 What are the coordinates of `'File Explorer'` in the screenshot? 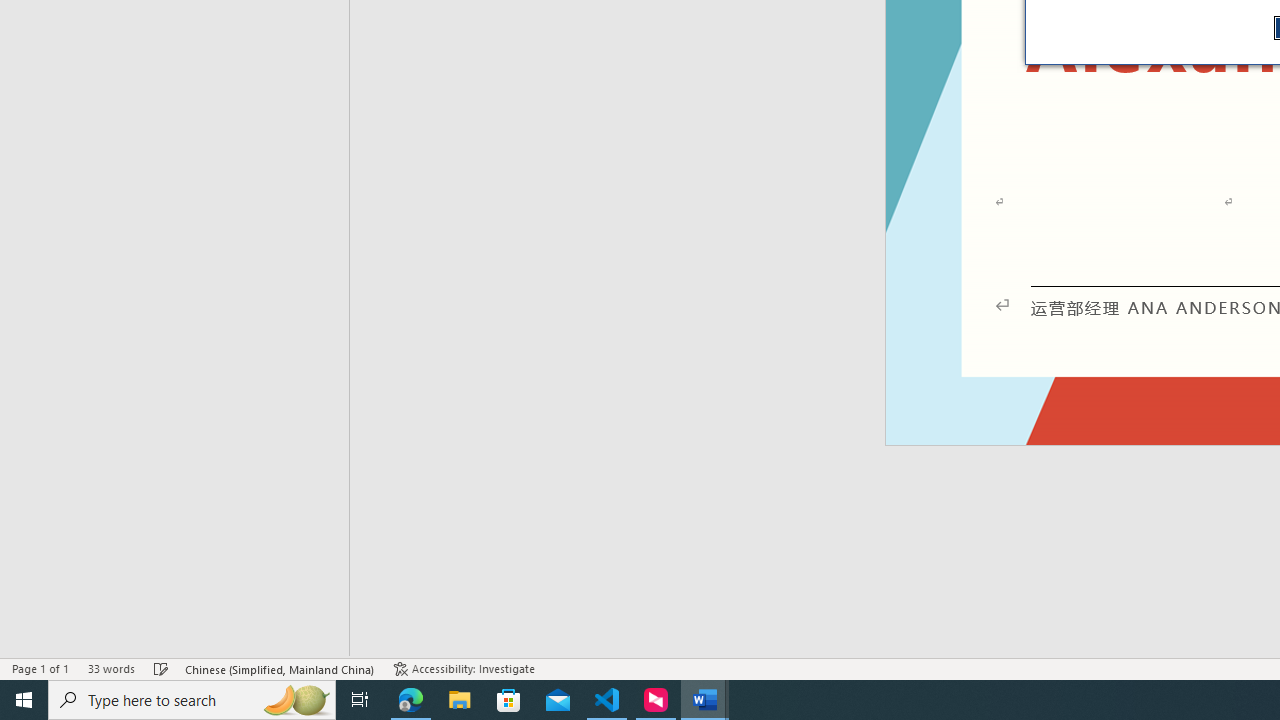 It's located at (459, 698).